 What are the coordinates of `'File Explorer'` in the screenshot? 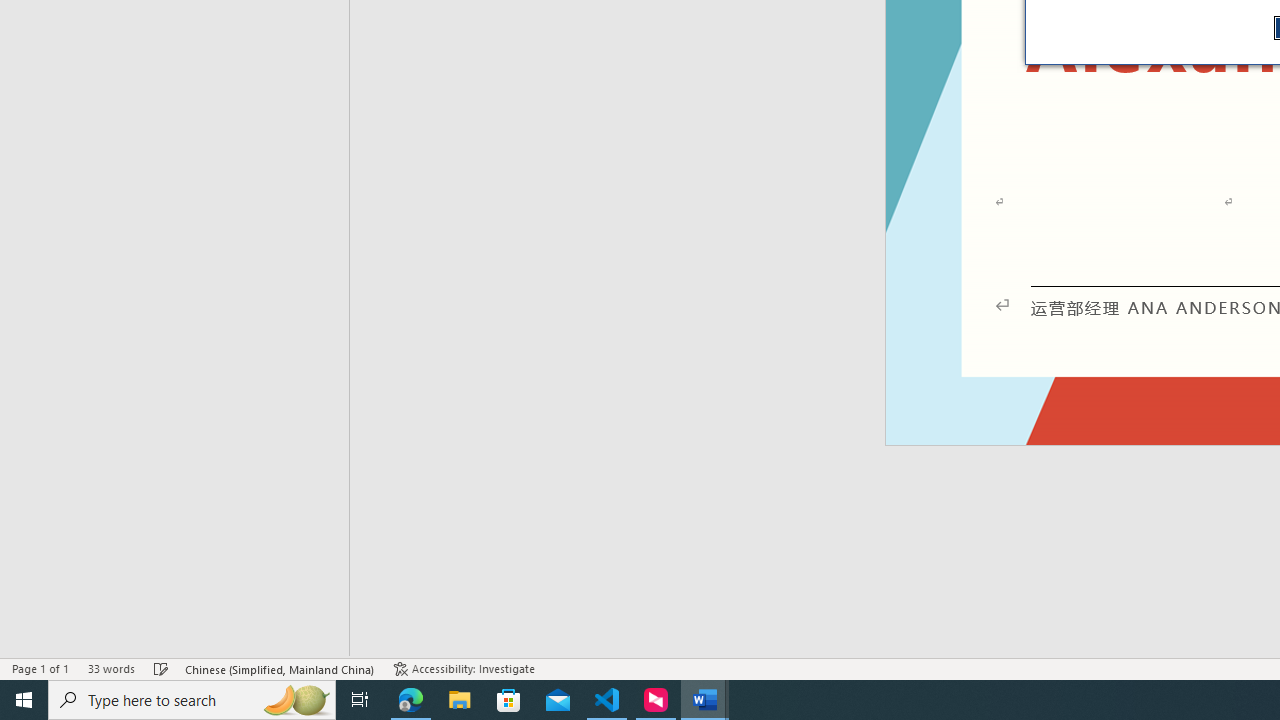 It's located at (459, 698).